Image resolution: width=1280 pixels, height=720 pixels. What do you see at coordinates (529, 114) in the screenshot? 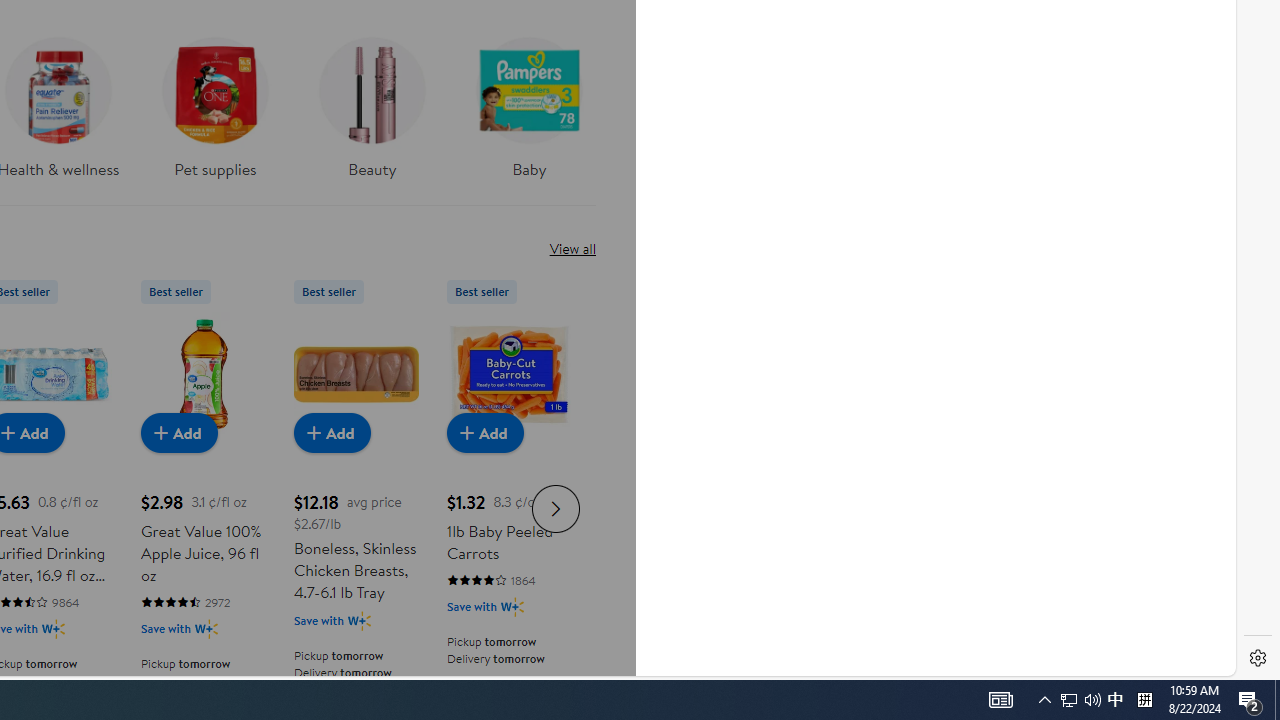
I see `'Baby'` at bounding box center [529, 114].